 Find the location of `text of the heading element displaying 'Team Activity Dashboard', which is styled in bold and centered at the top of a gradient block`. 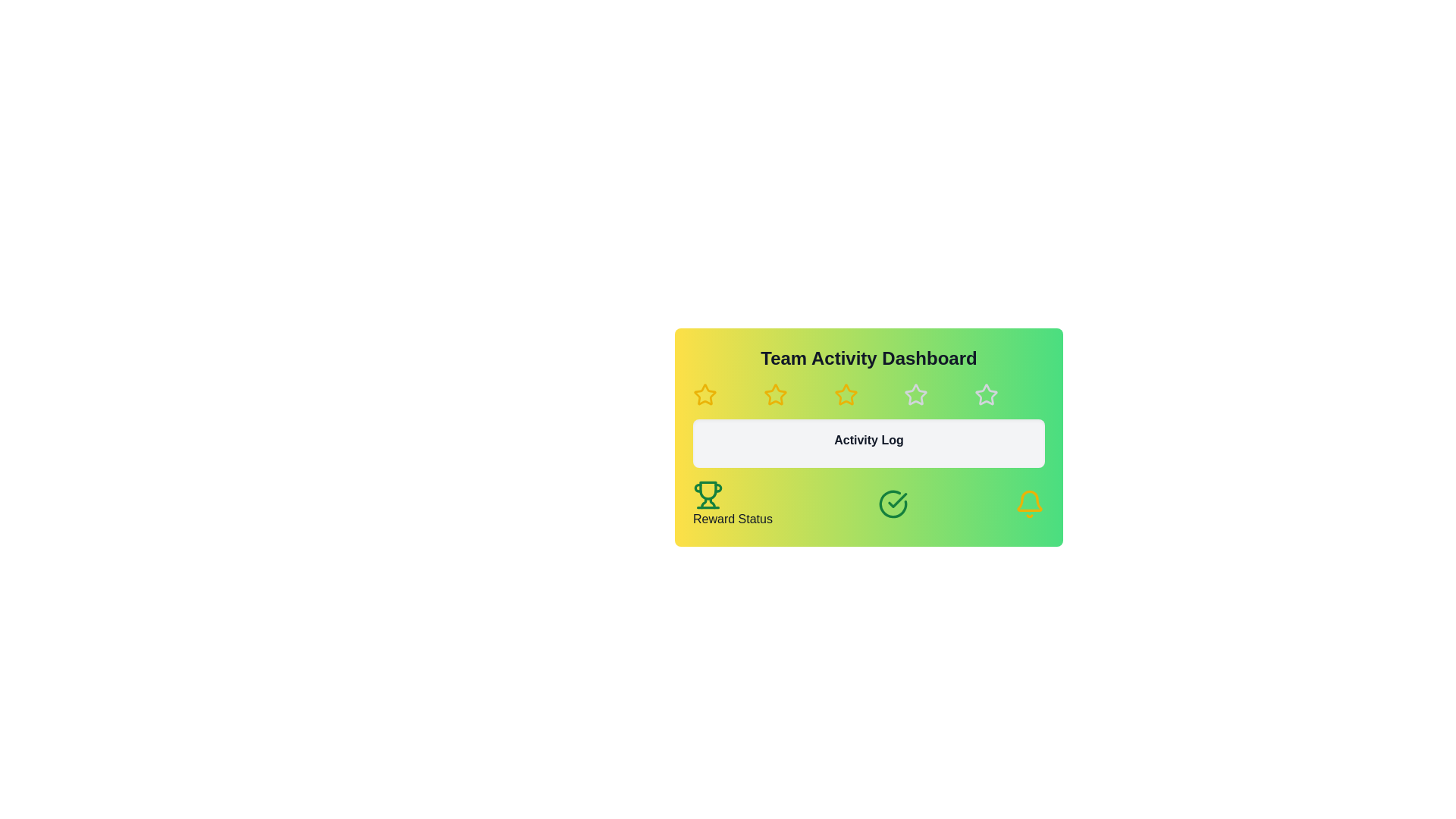

text of the heading element displaying 'Team Activity Dashboard', which is styled in bold and centered at the top of a gradient block is located at coordinates (869, 359).